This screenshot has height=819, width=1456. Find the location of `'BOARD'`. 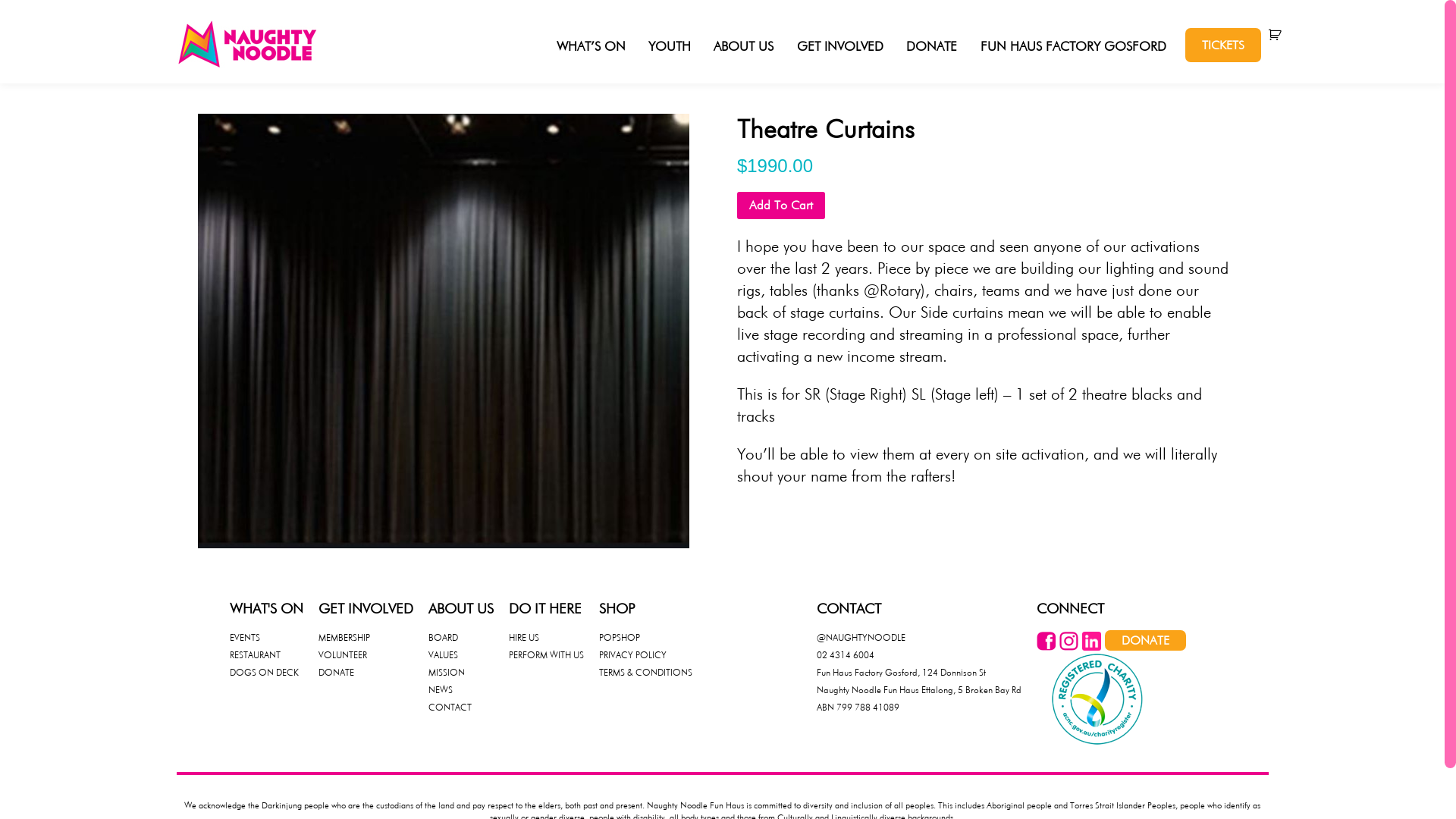

'BOARD' is located at coordinates (441, 637).